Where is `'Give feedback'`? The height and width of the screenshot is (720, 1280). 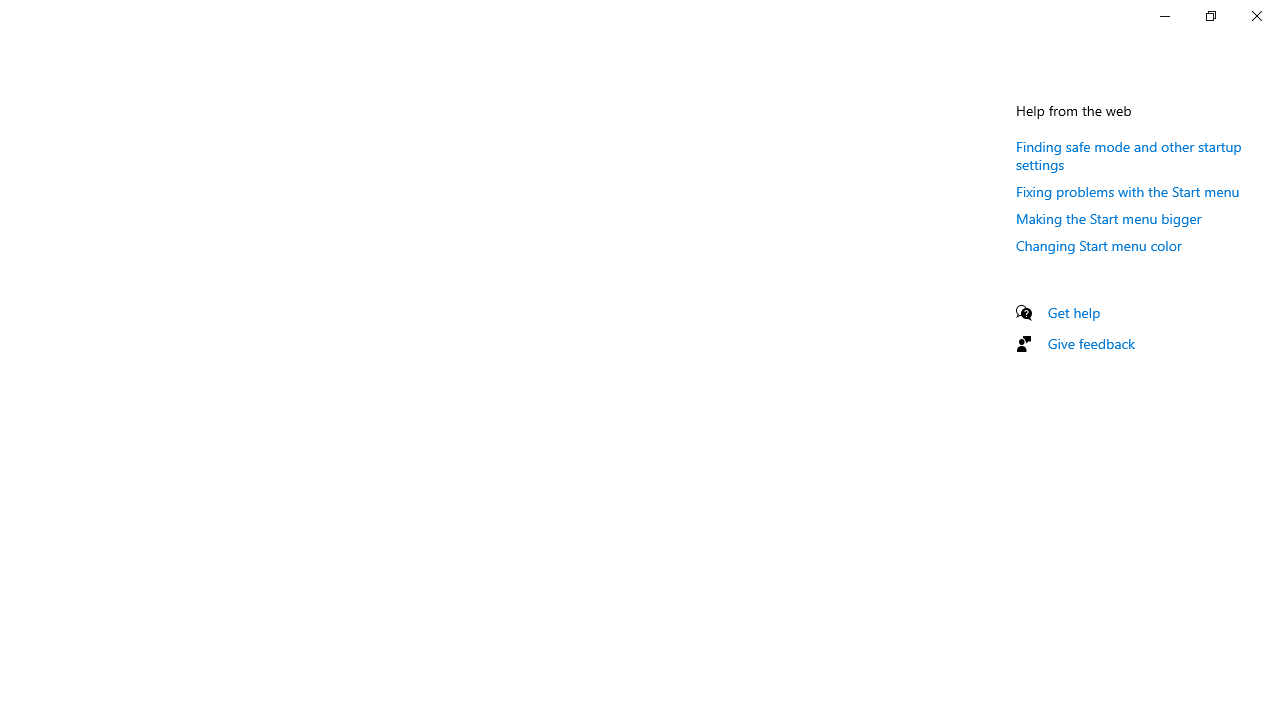 'Give feedback' is located at coordinates (1090, 342).